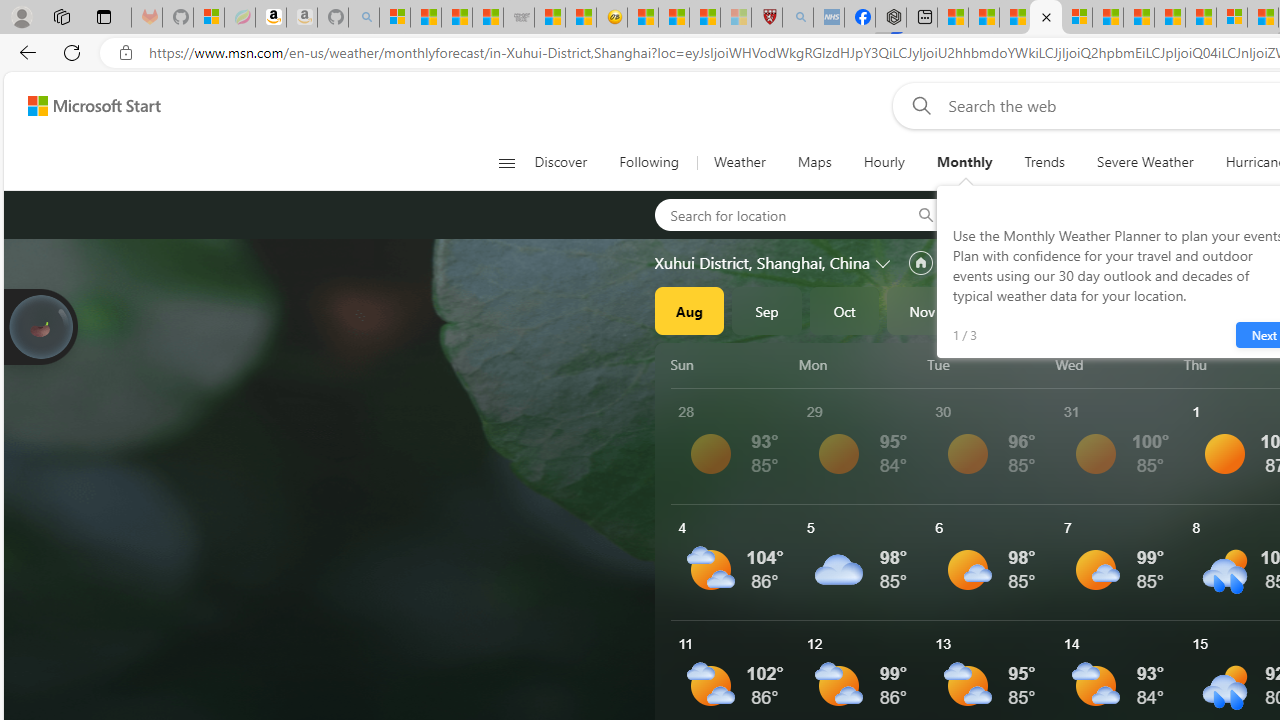 This screenshot has width=1280, height=720. I want to click on 'Change location', so click(884, 261).